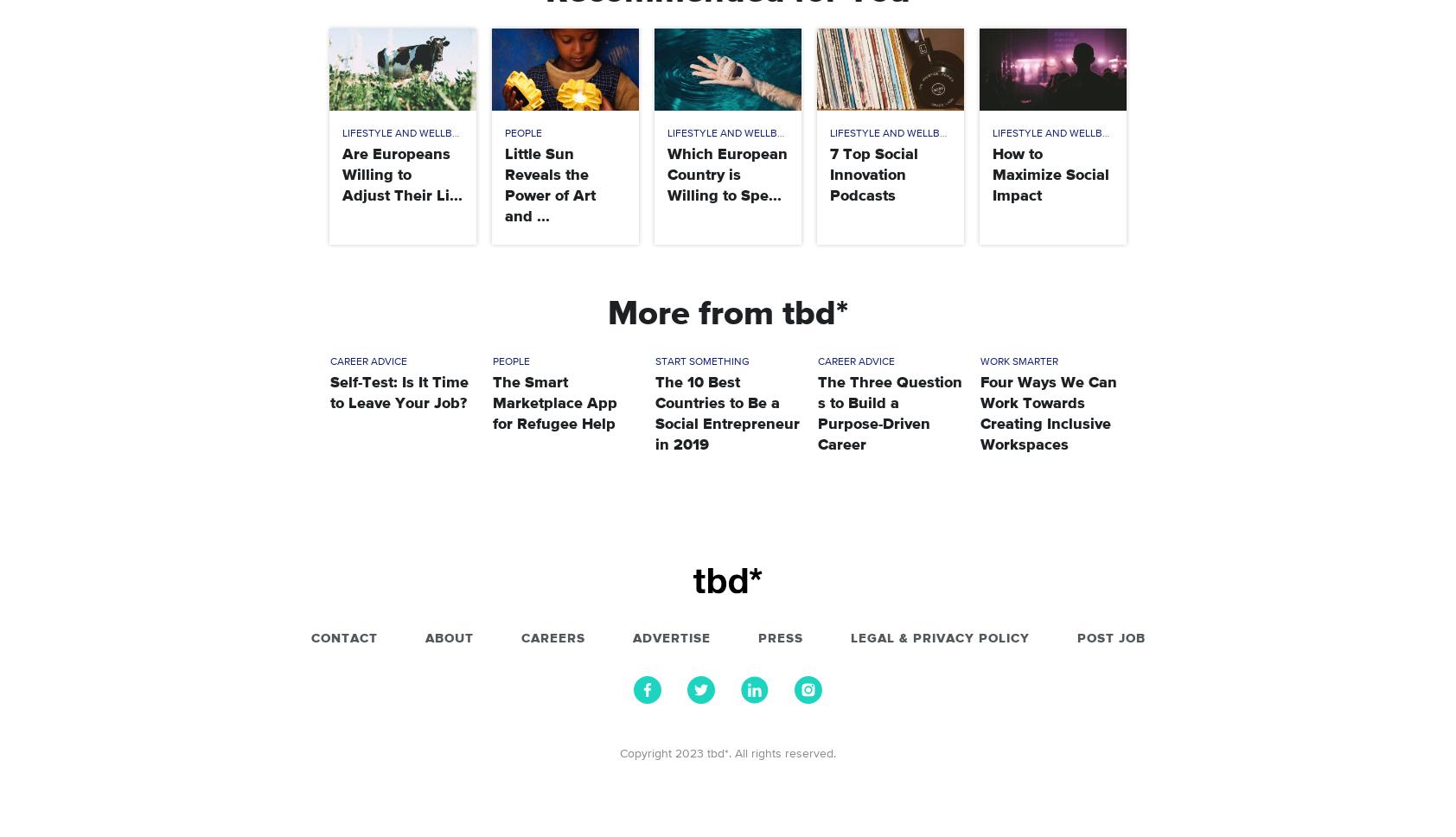 The width and height of the screenshot is (1456, 837). What do you see at coordinates (670, 638) in the screenshot?
I see `'Advertise'` at bounding box center [670, 638].